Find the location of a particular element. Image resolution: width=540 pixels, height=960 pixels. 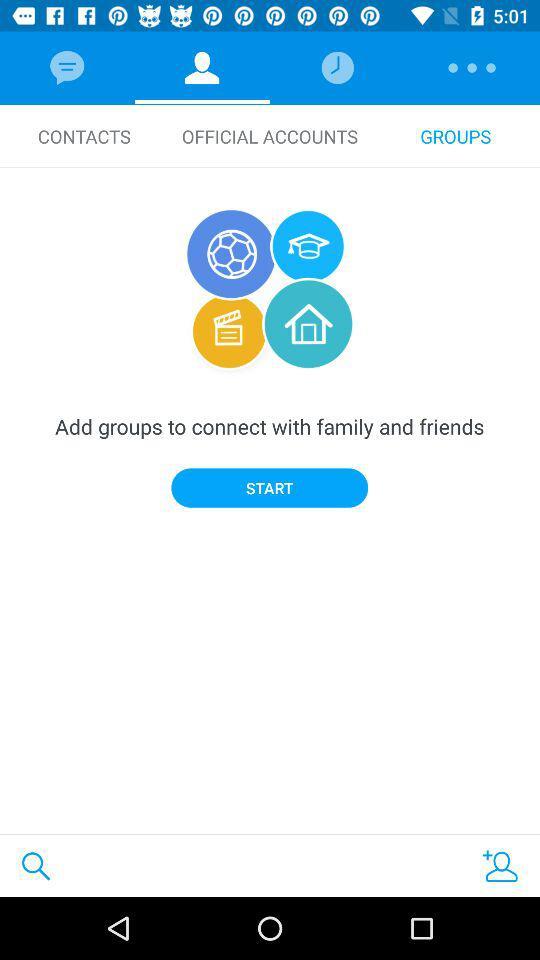

the item below add groups to is located at coordinates (269, 487).